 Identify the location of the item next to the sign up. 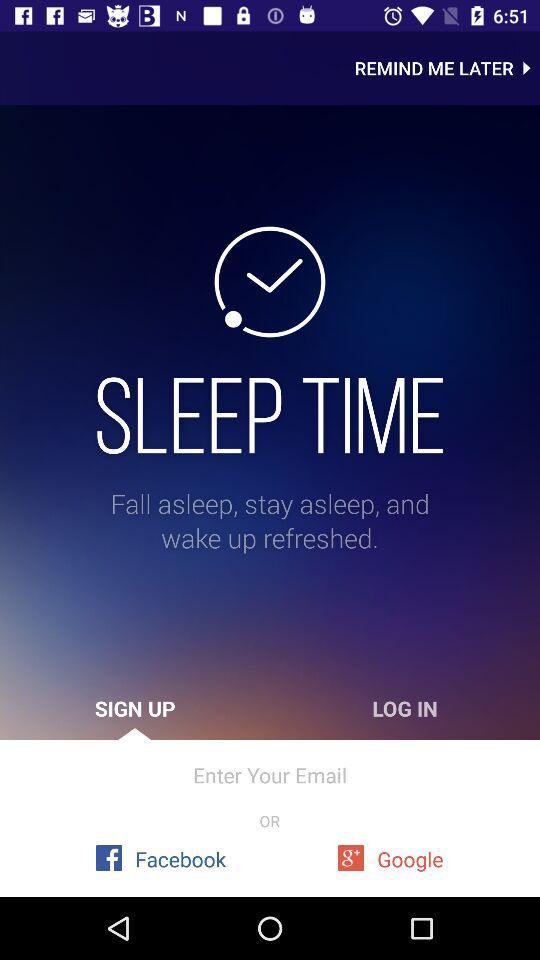
(405, 708).